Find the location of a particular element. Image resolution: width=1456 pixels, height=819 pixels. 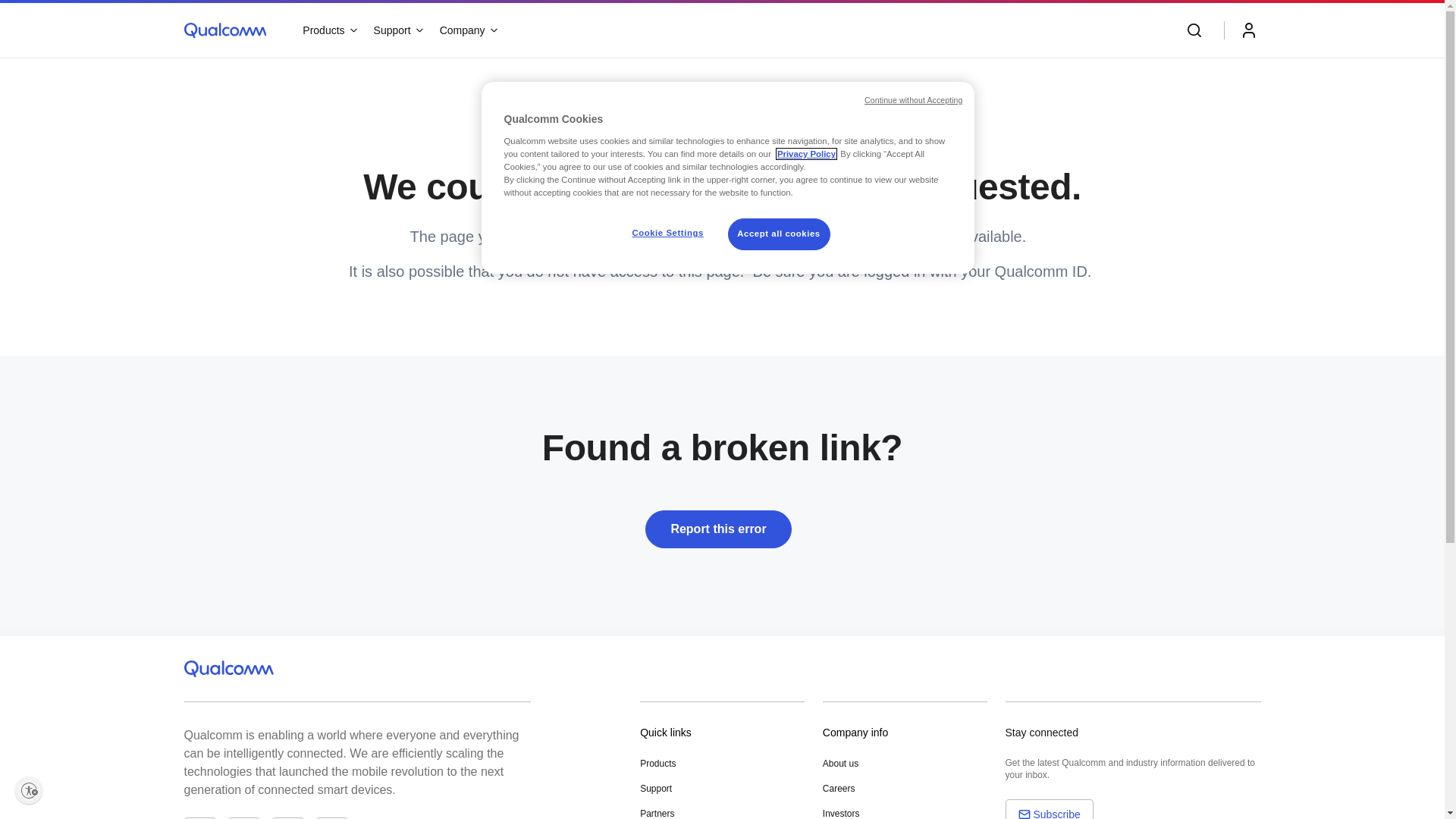

'Continue without Accepting' is located at coordinates (912, 100).